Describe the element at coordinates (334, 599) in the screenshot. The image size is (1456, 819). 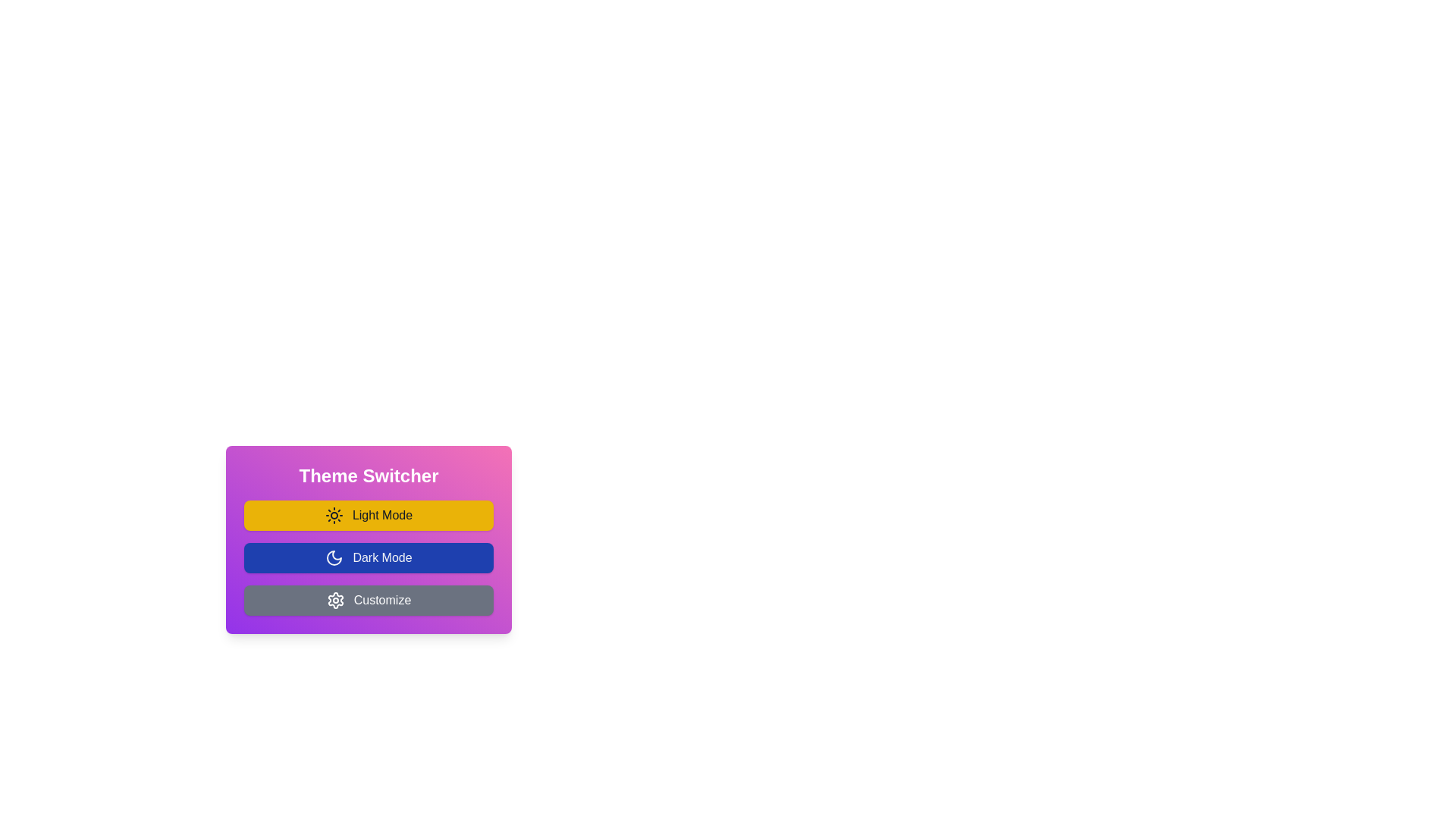
I see `the customization icon located in the bottom row of the theme selector, positioned to the left of the 'Customize' label` at that location.